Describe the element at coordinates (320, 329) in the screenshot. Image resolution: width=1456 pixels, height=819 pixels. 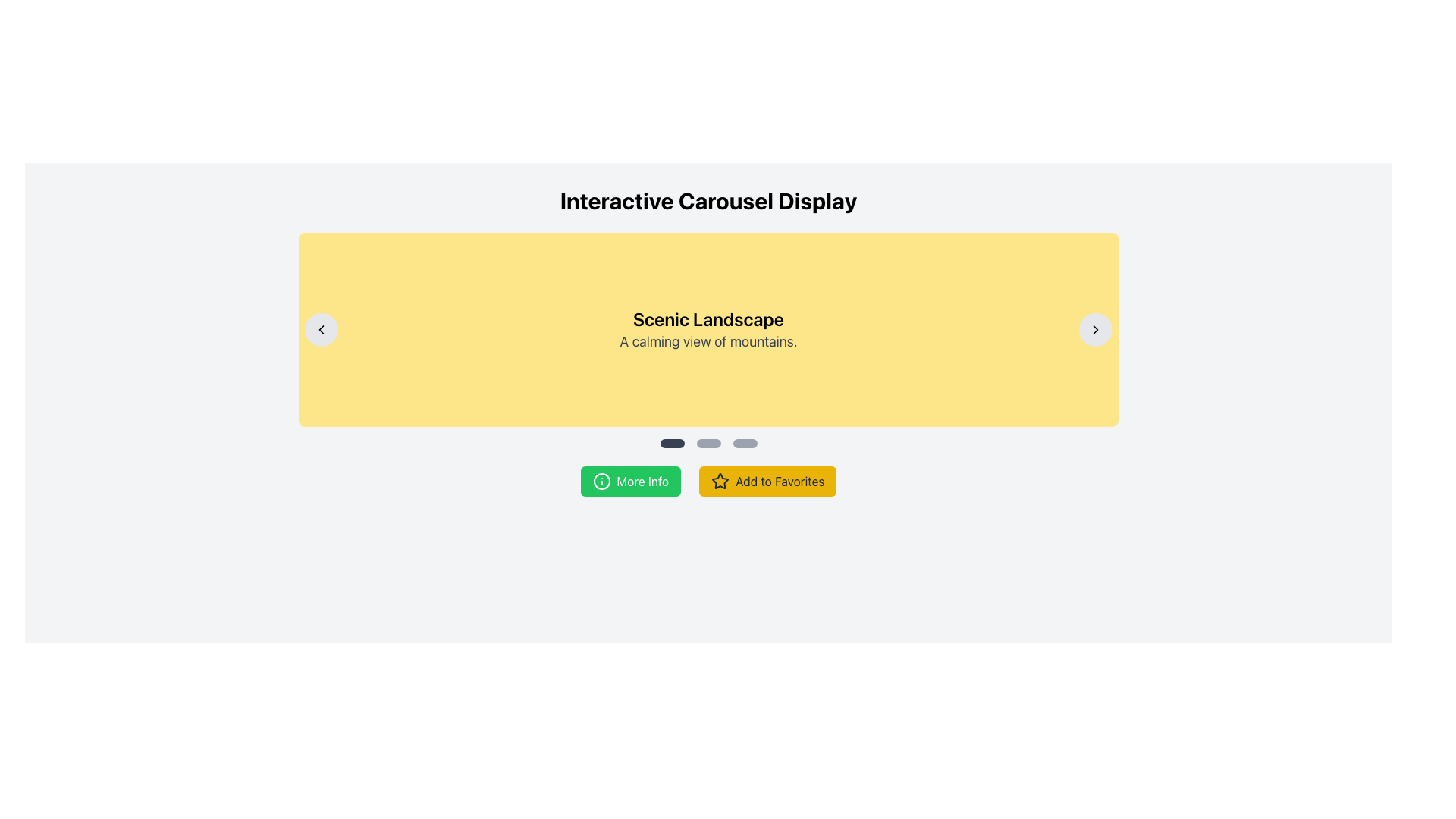
I see `the left arrow icon navigation button` at that location.